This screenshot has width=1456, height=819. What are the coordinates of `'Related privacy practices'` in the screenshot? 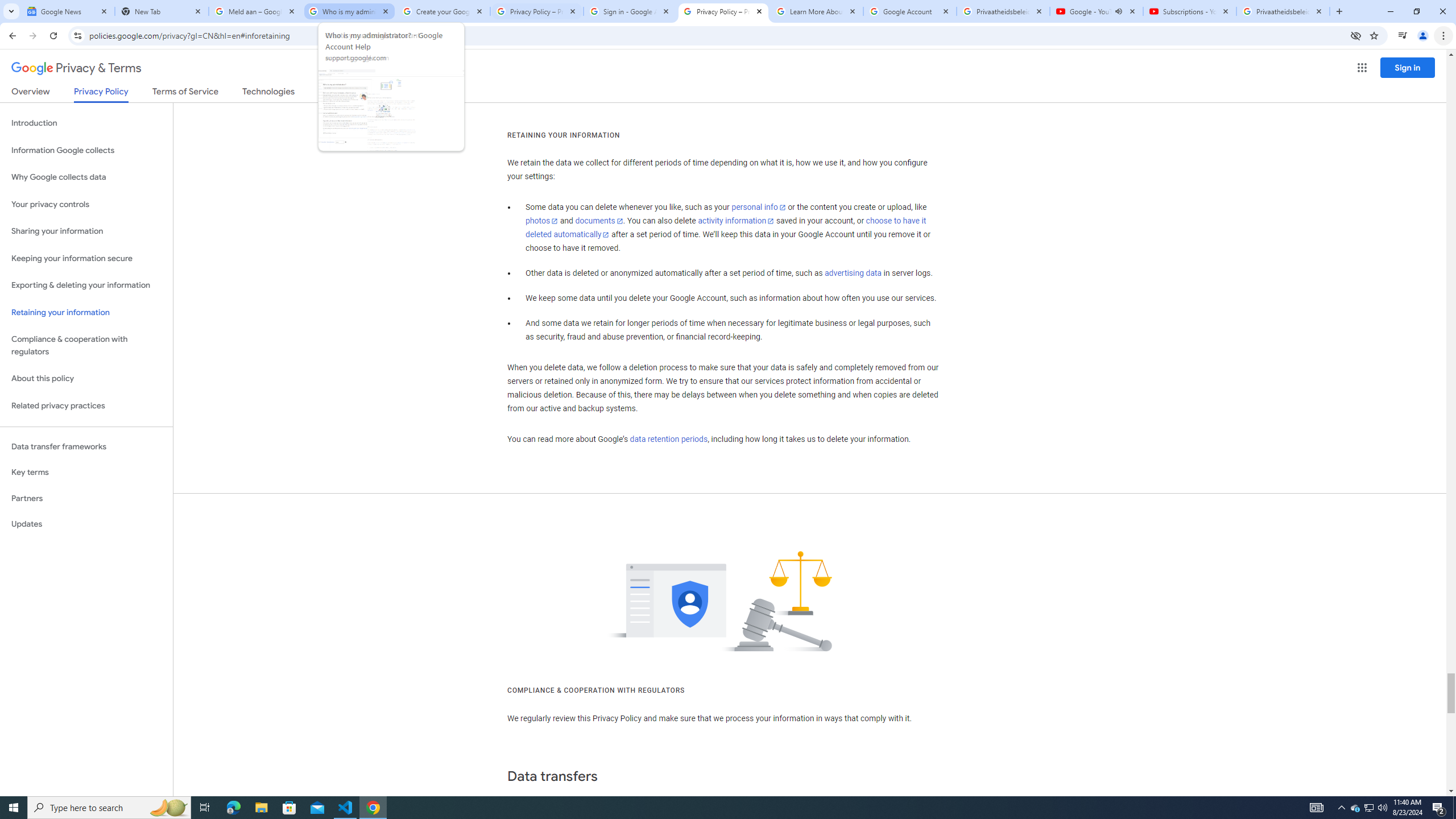 It's located at (86, 405).